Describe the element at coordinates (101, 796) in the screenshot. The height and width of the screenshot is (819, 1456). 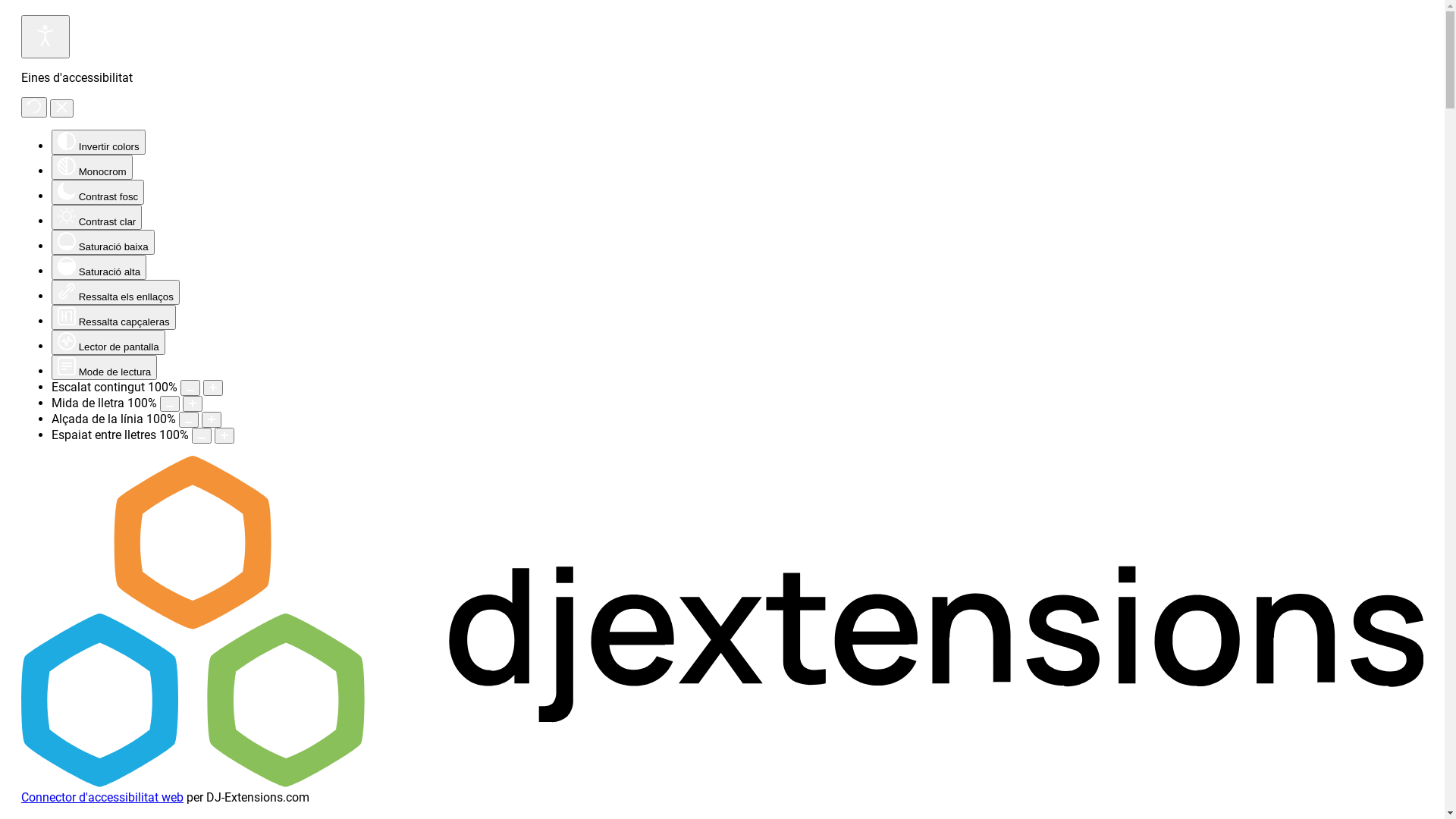
I see `'Connector d'accessibilitat web'` at that location.